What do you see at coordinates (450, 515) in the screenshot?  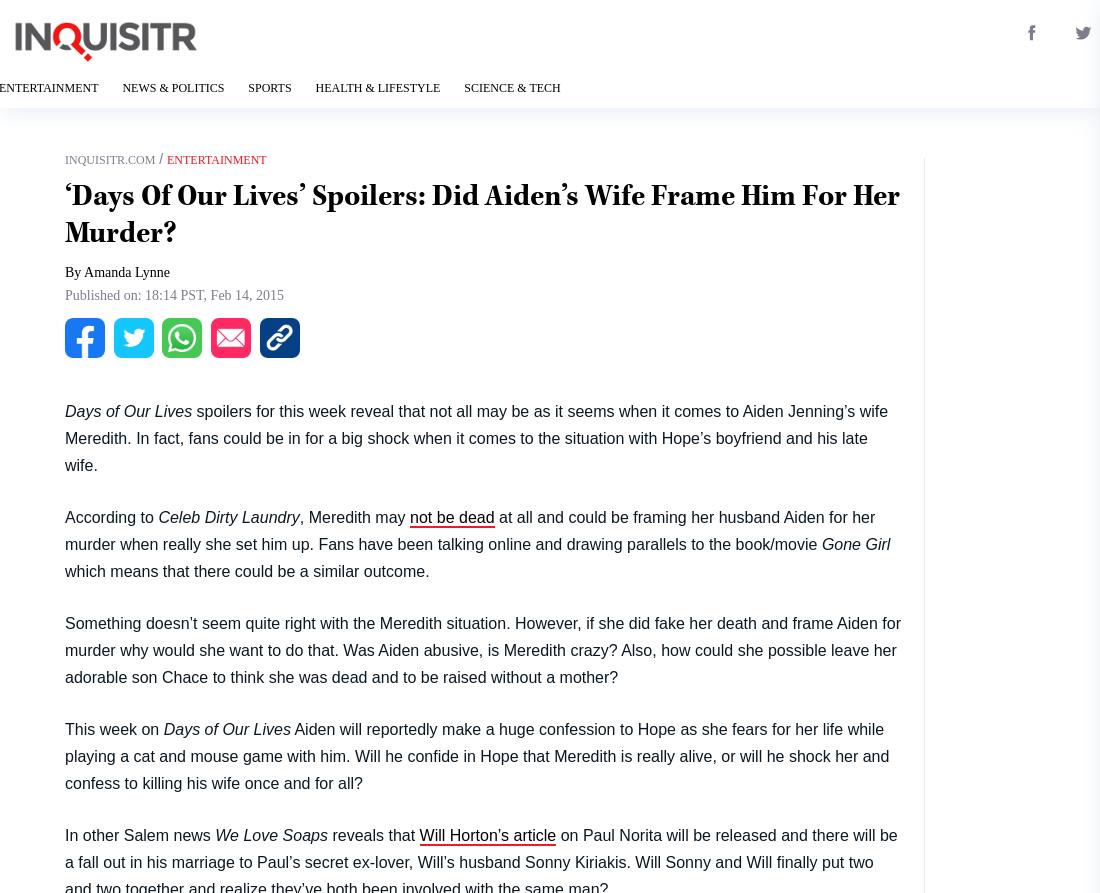 I see `'not be dead'` at bounding box center [450, 515].